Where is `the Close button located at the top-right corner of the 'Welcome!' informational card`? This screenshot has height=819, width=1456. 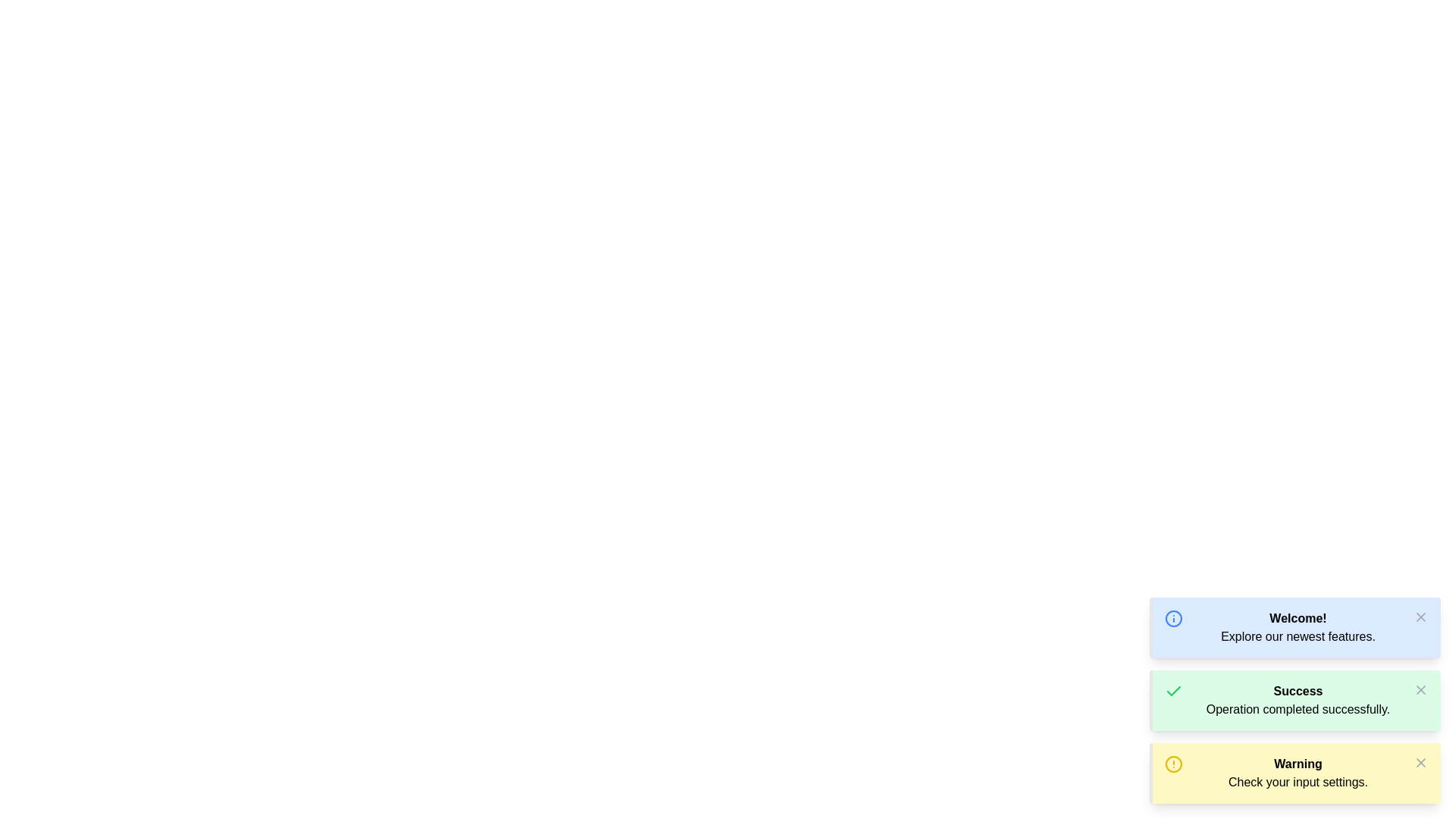
the Close button located at the top-right corner of the 'Welcome!' informational card is located at coordinates (1420, 617).